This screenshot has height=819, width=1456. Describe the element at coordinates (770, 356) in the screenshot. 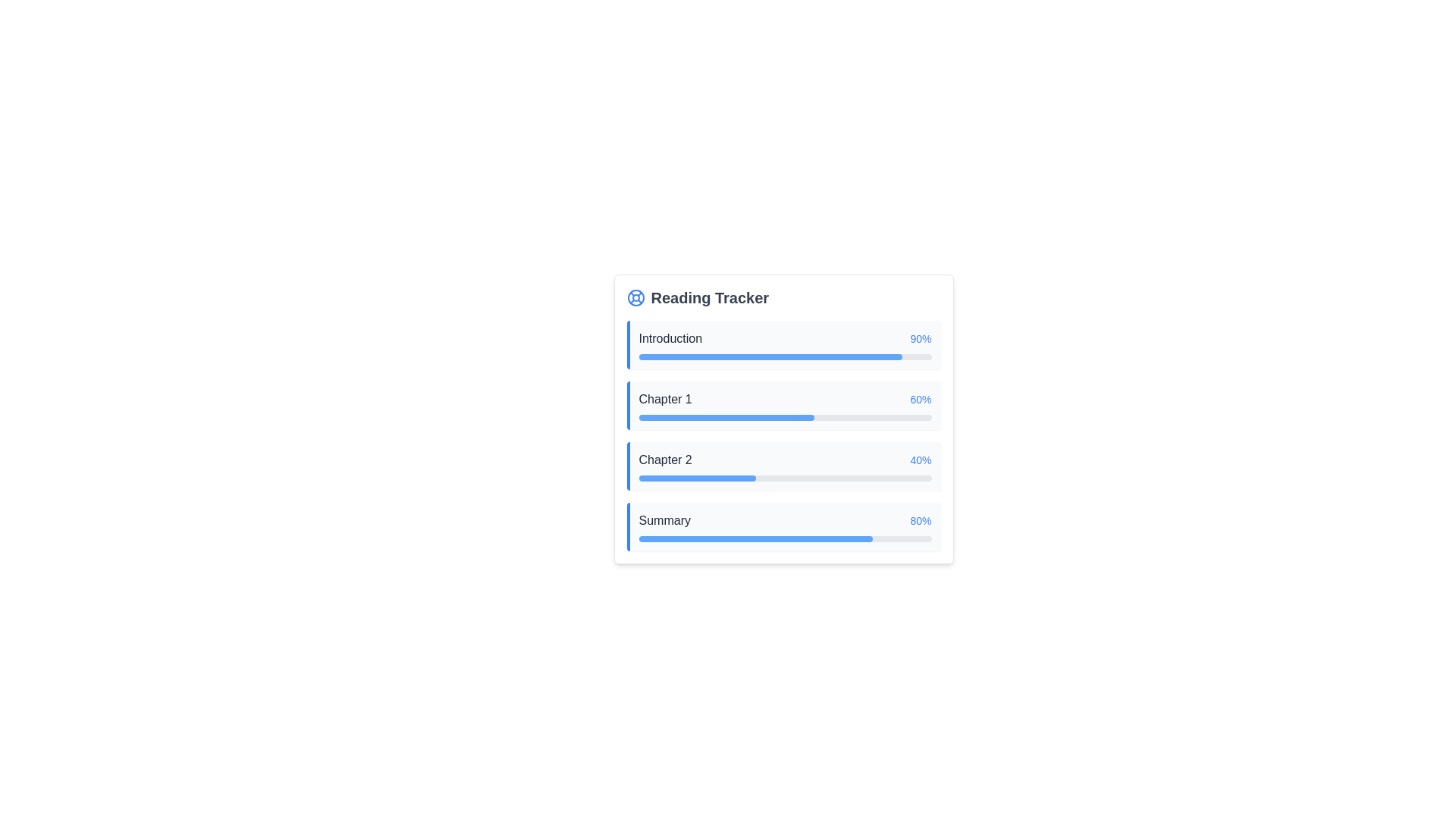

I see `styles of the blue fill segment of the progress bar indicating 90% completion for the 'Introduction' section in the 'Reading Tracker'` at that location.